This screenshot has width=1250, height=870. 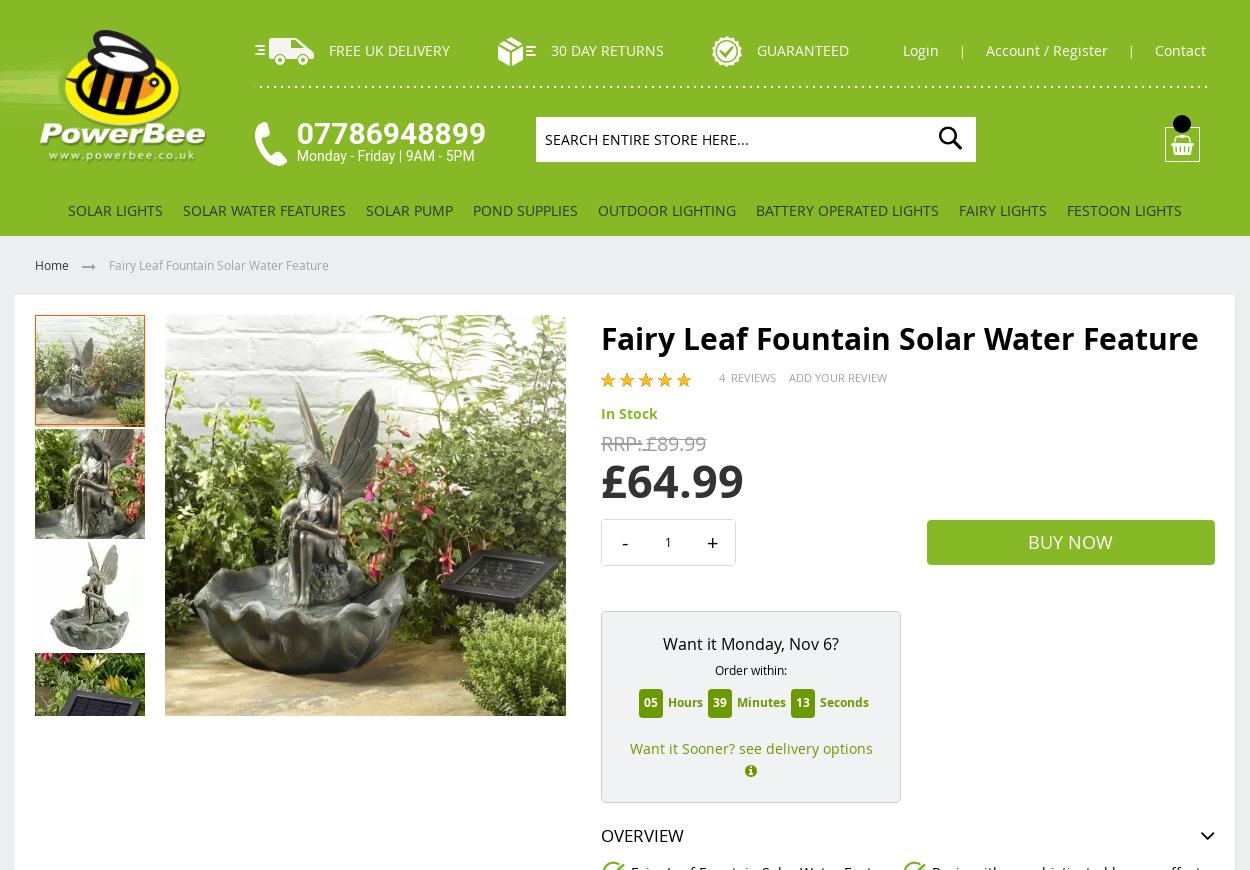 What do you see at coordinates (53, 265) in the screenshot?
I see `'Home'` at bounding box center [53, 265].